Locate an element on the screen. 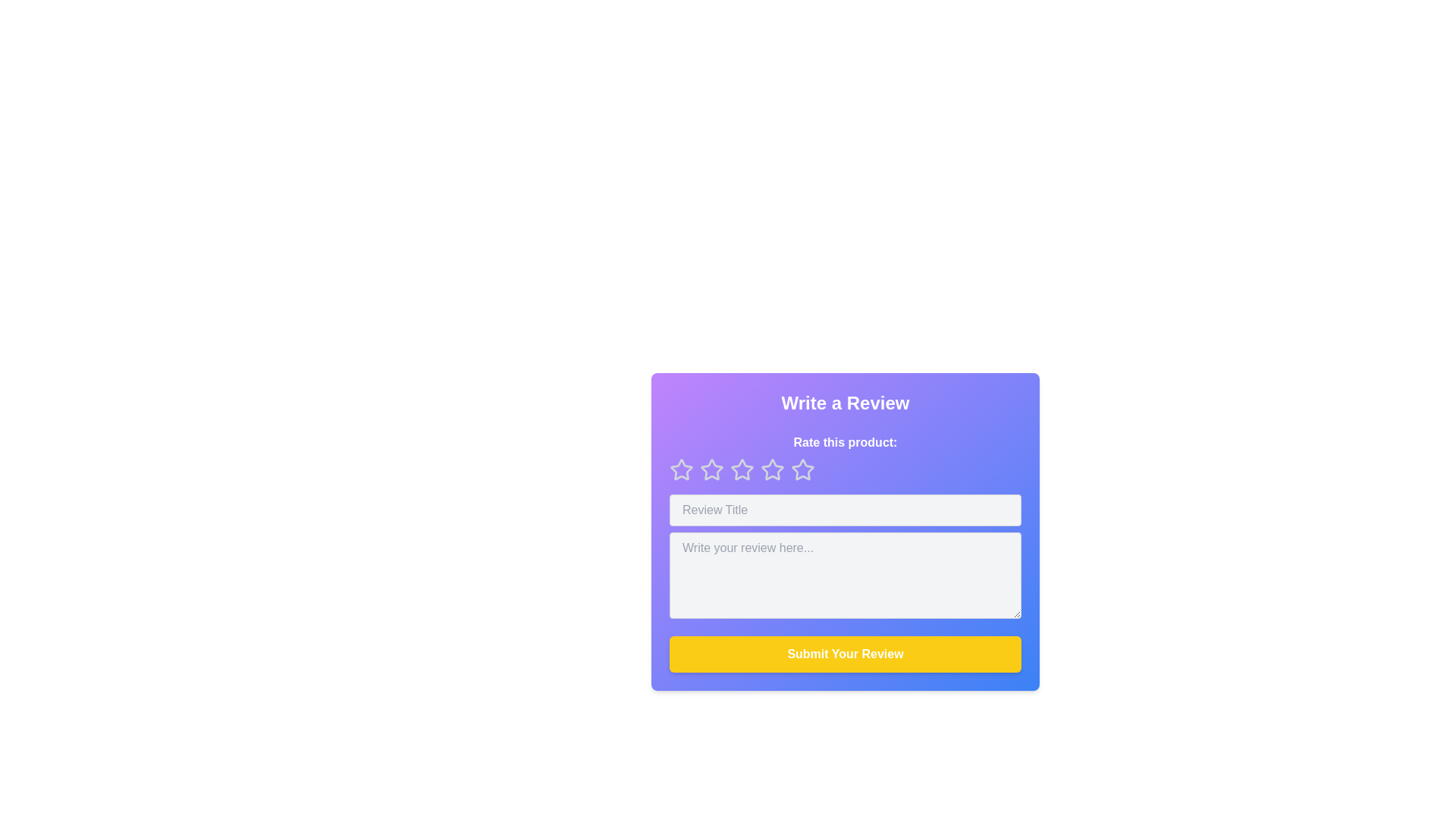 The image size is (1456, 819). the third star icon button to rate it as '3 out of 5' in the product review interface is located at coordinates (742, 469).